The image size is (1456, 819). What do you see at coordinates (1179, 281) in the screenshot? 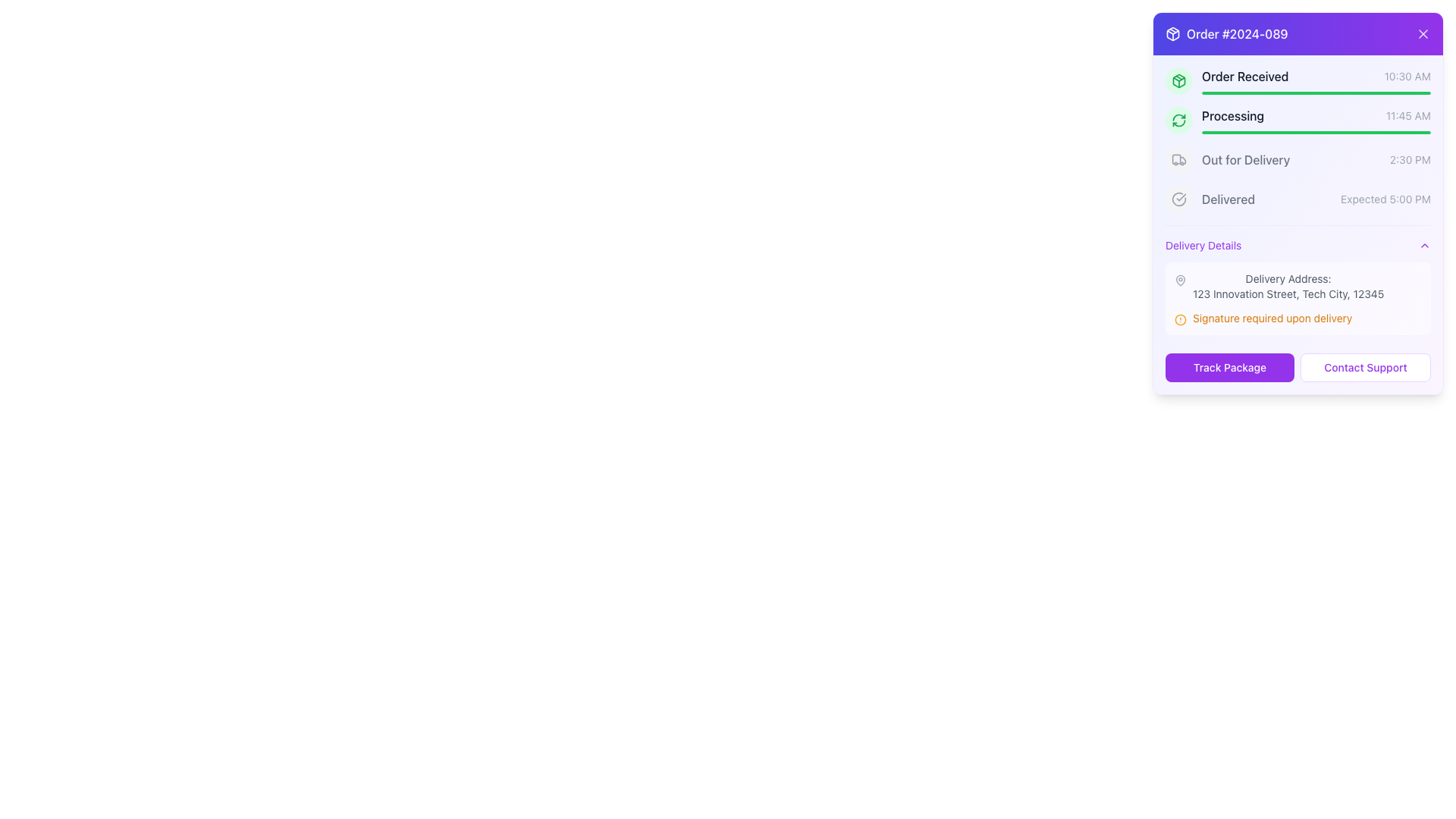
I see `the small gray map pin icon located in the 'Delivery Details' section, which is positioned to the left of the delivery address text` at bounding box center [1179, 281].